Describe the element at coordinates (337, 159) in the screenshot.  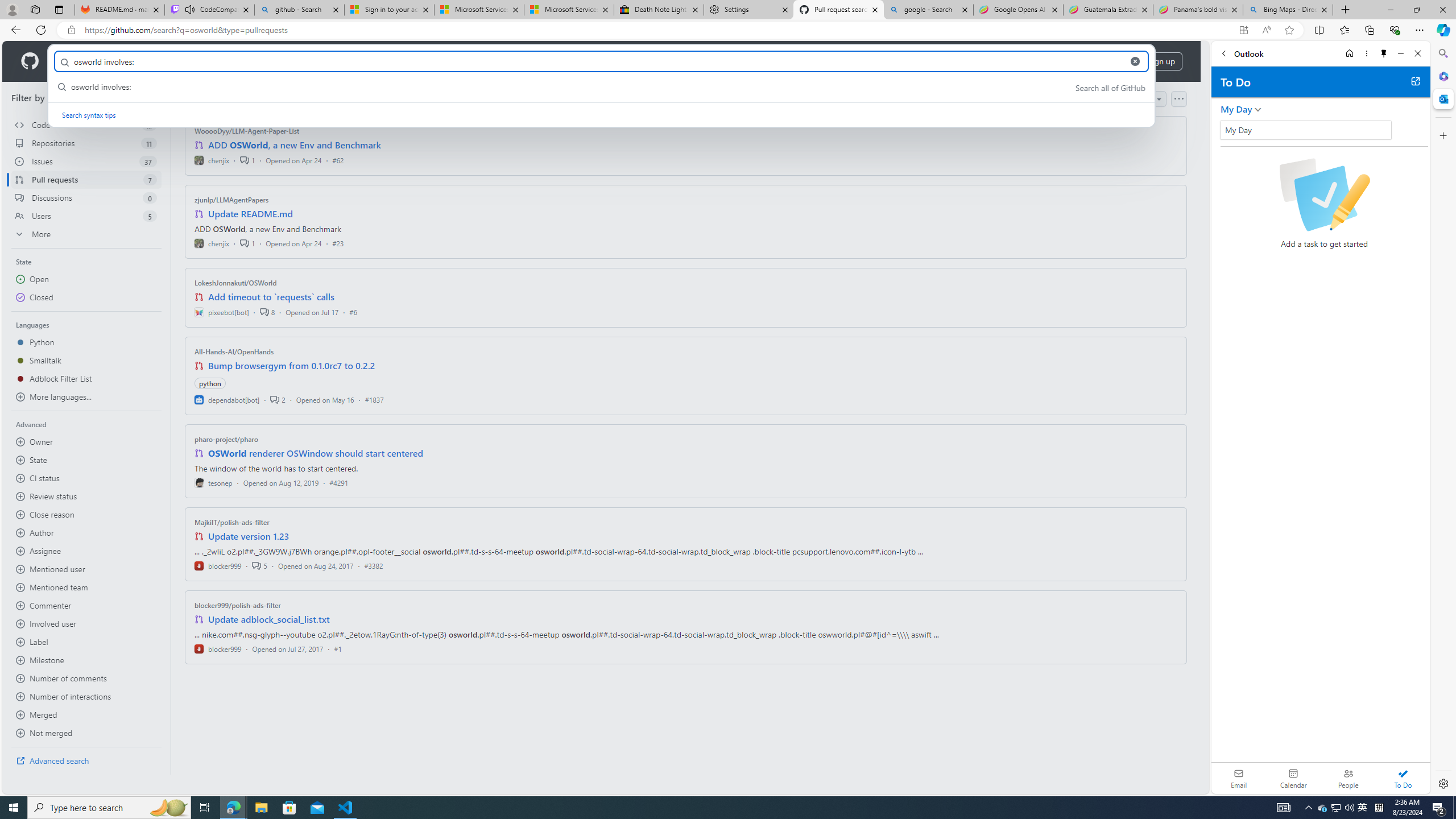
I see `'#62'` at that location.